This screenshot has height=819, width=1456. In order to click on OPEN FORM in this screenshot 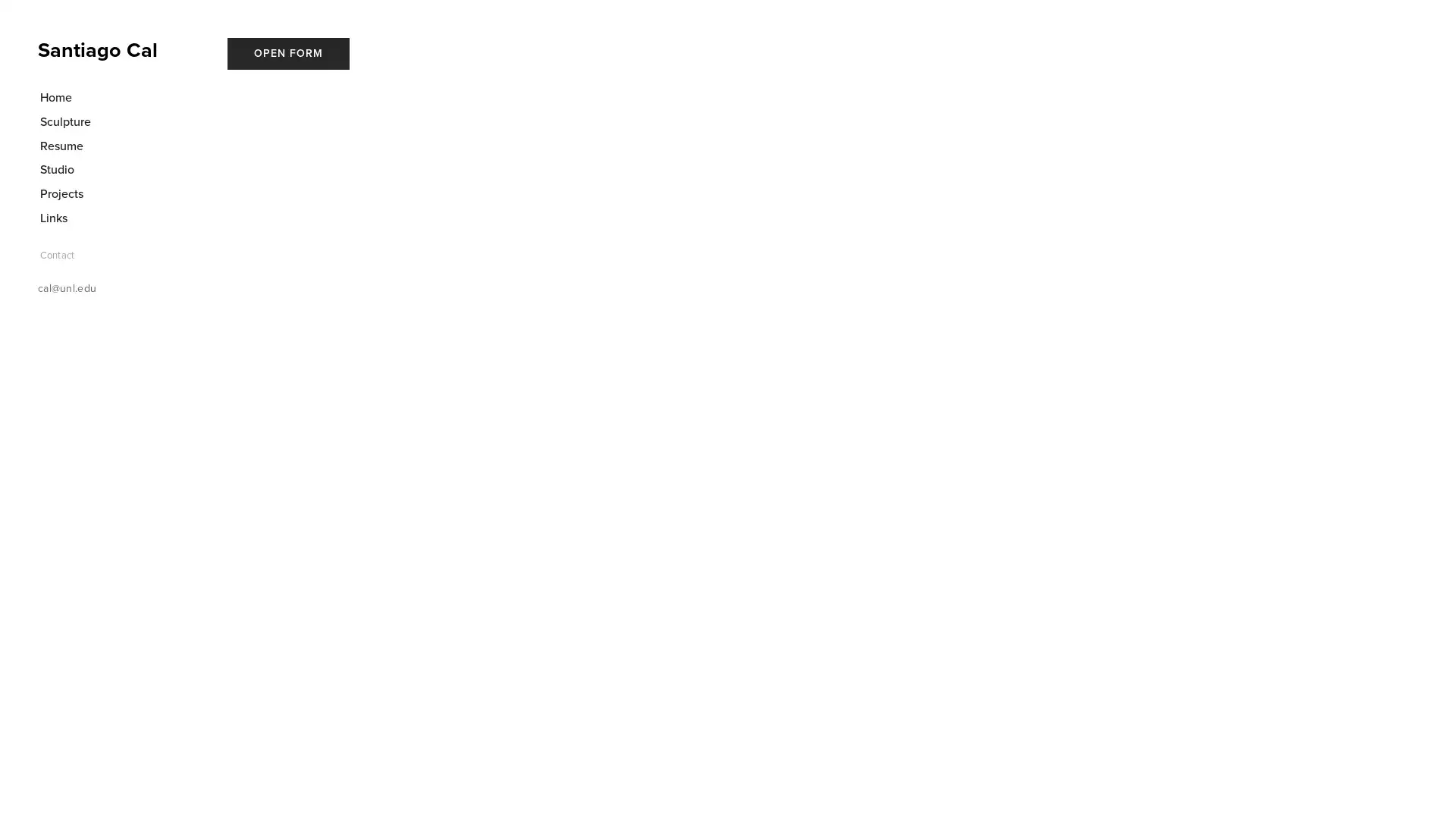, I will do `click(288, 52)`.